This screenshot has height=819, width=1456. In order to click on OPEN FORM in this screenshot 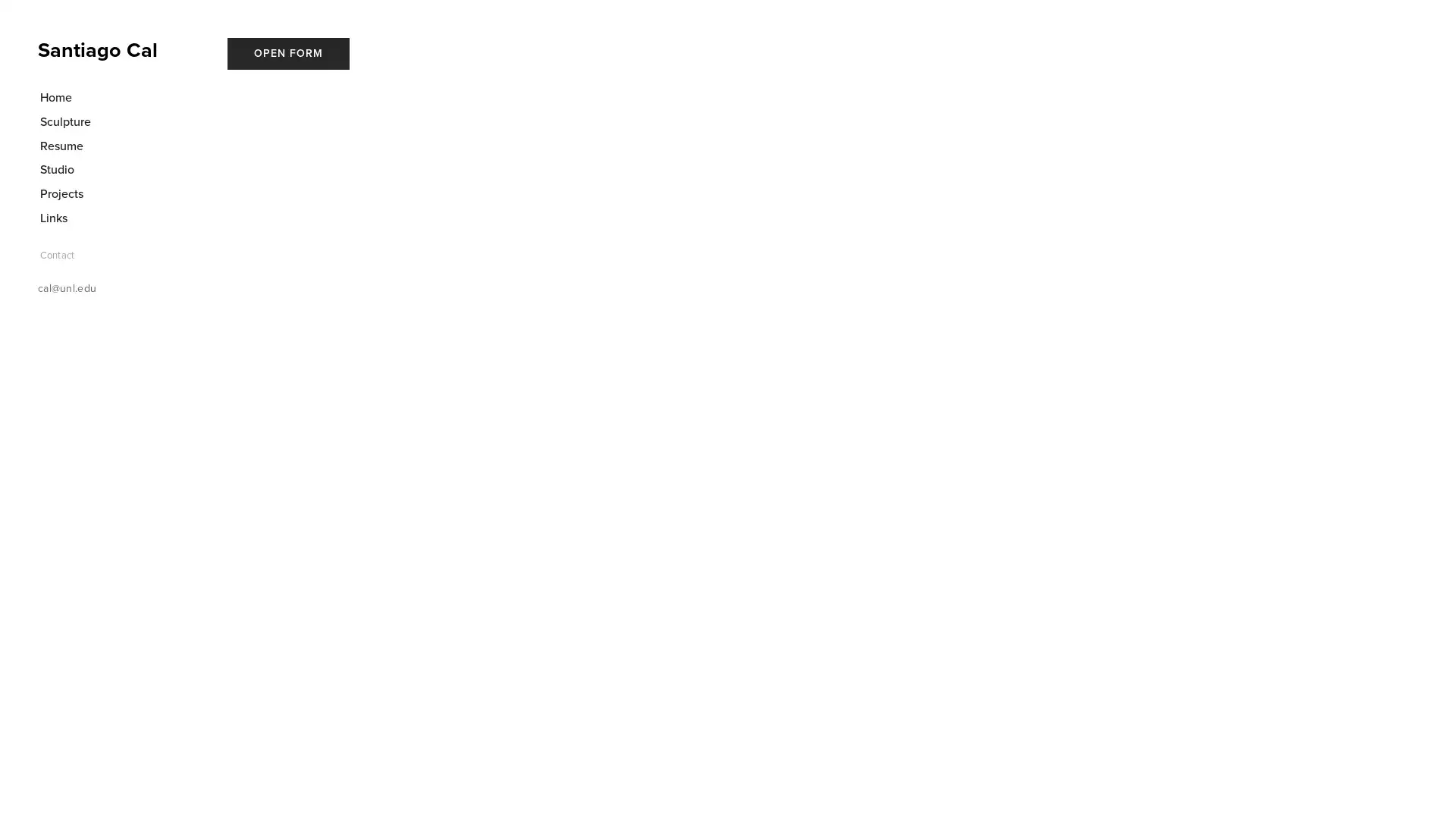, I will do `click(288, 52)`.